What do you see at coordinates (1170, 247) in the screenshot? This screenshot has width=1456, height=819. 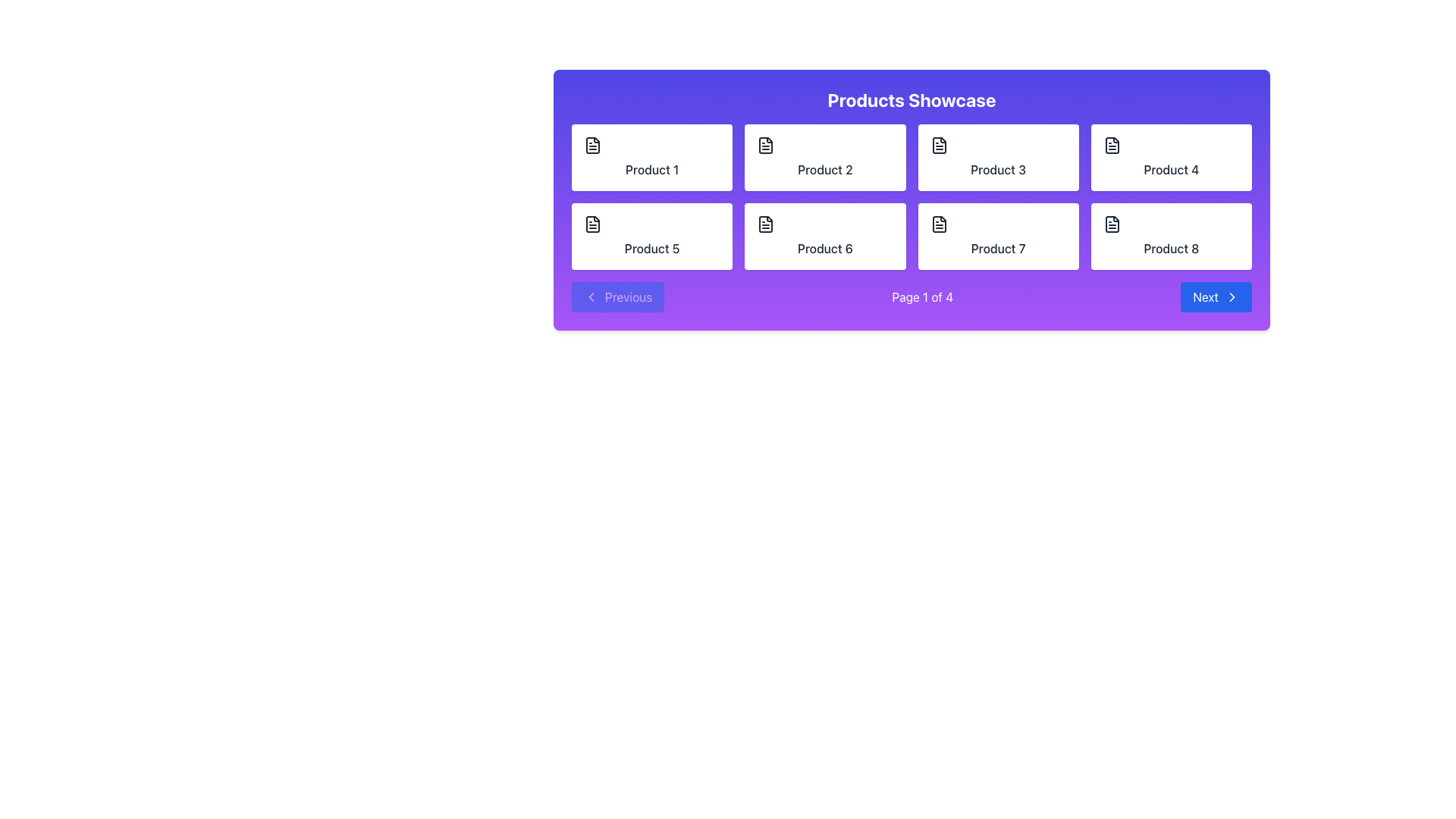 I see `the static text label that identifies the product within the 'Products Showcase' grid layout, positioned centrally in its card layout` at bounding box center [1170, 247].